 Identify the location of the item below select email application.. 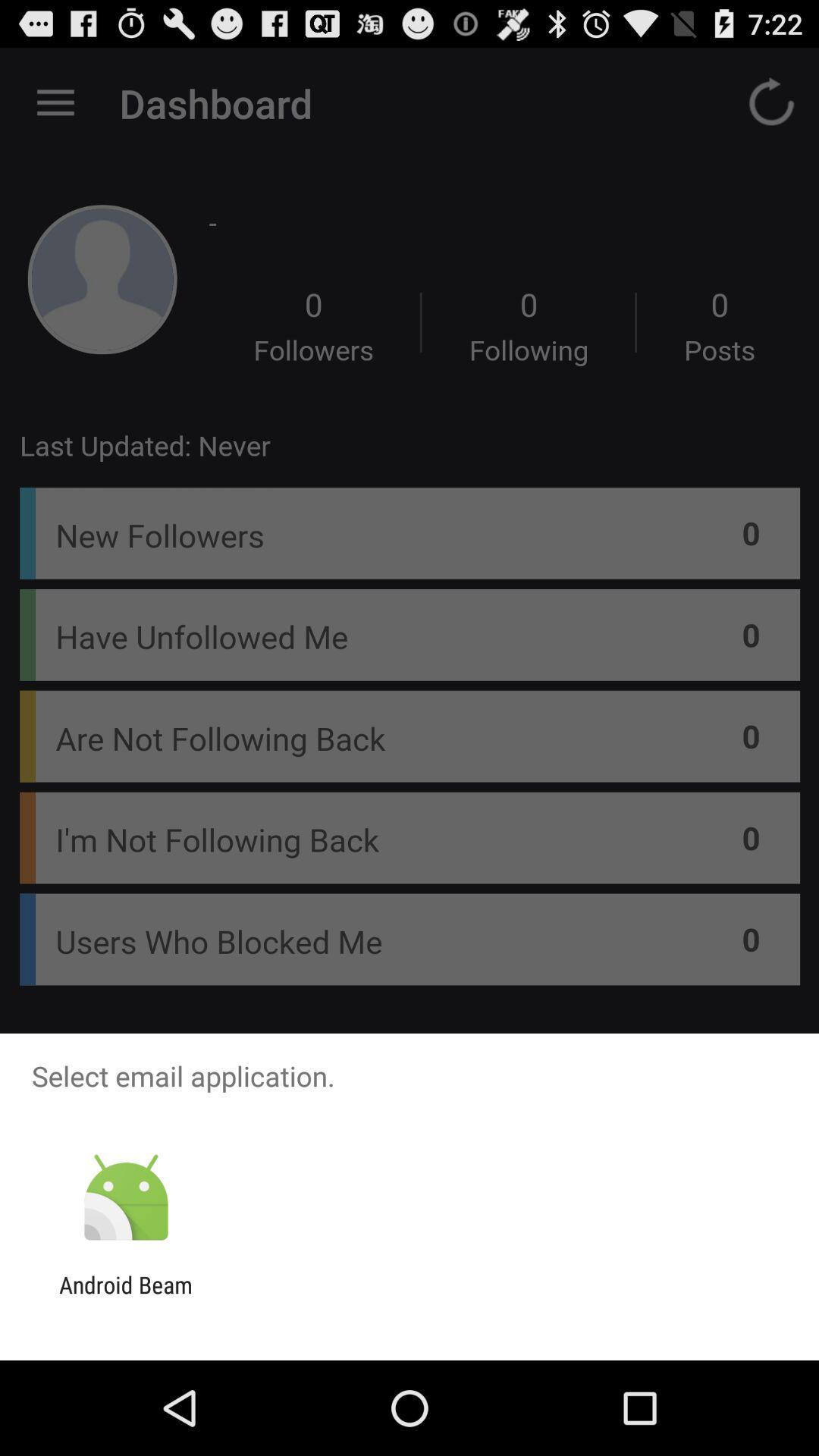
(125, 1197).